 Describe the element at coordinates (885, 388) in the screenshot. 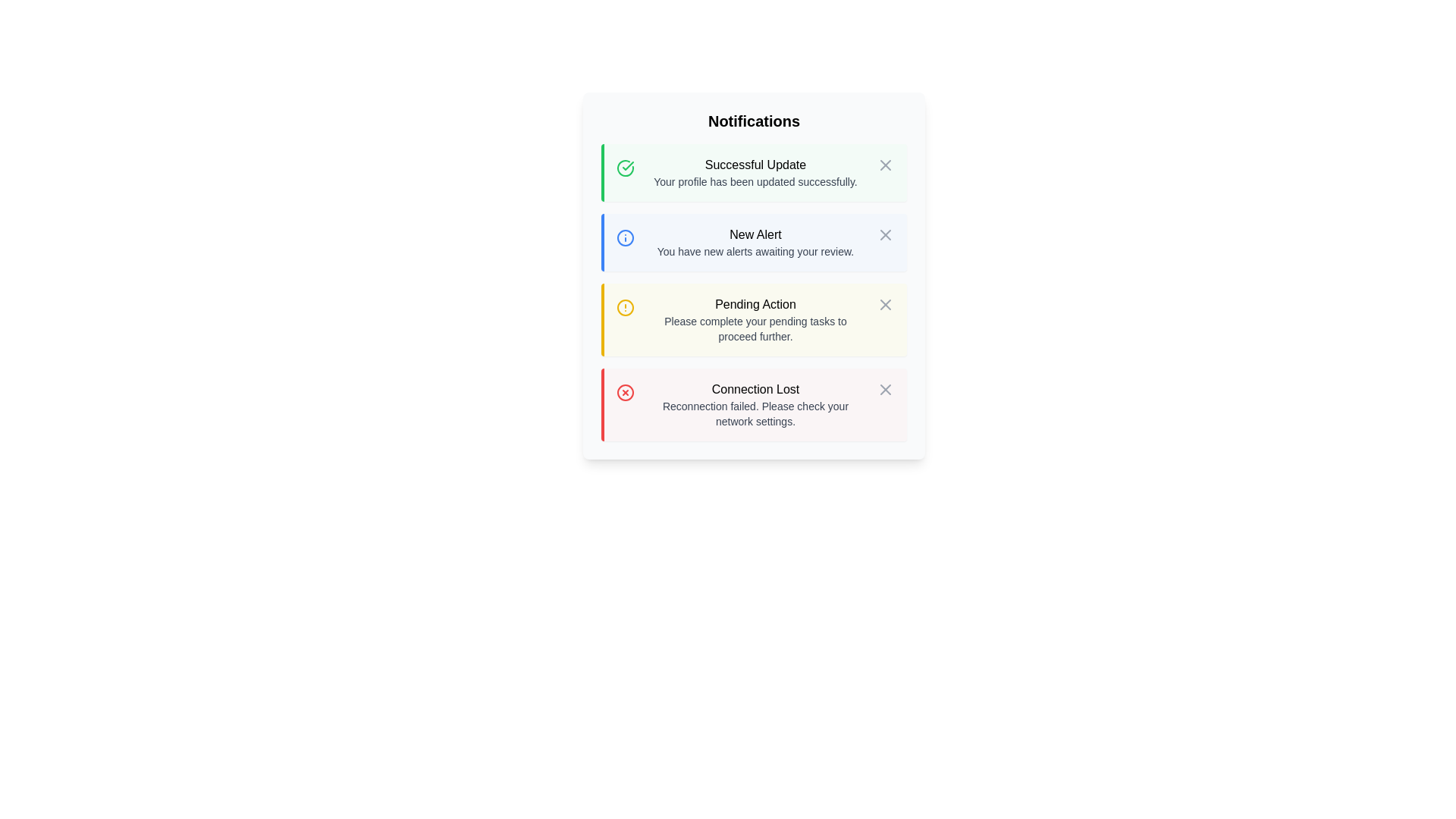

I see `the dismiss button located at the top-right corner of the 'Connection Lost' notification` at that location.